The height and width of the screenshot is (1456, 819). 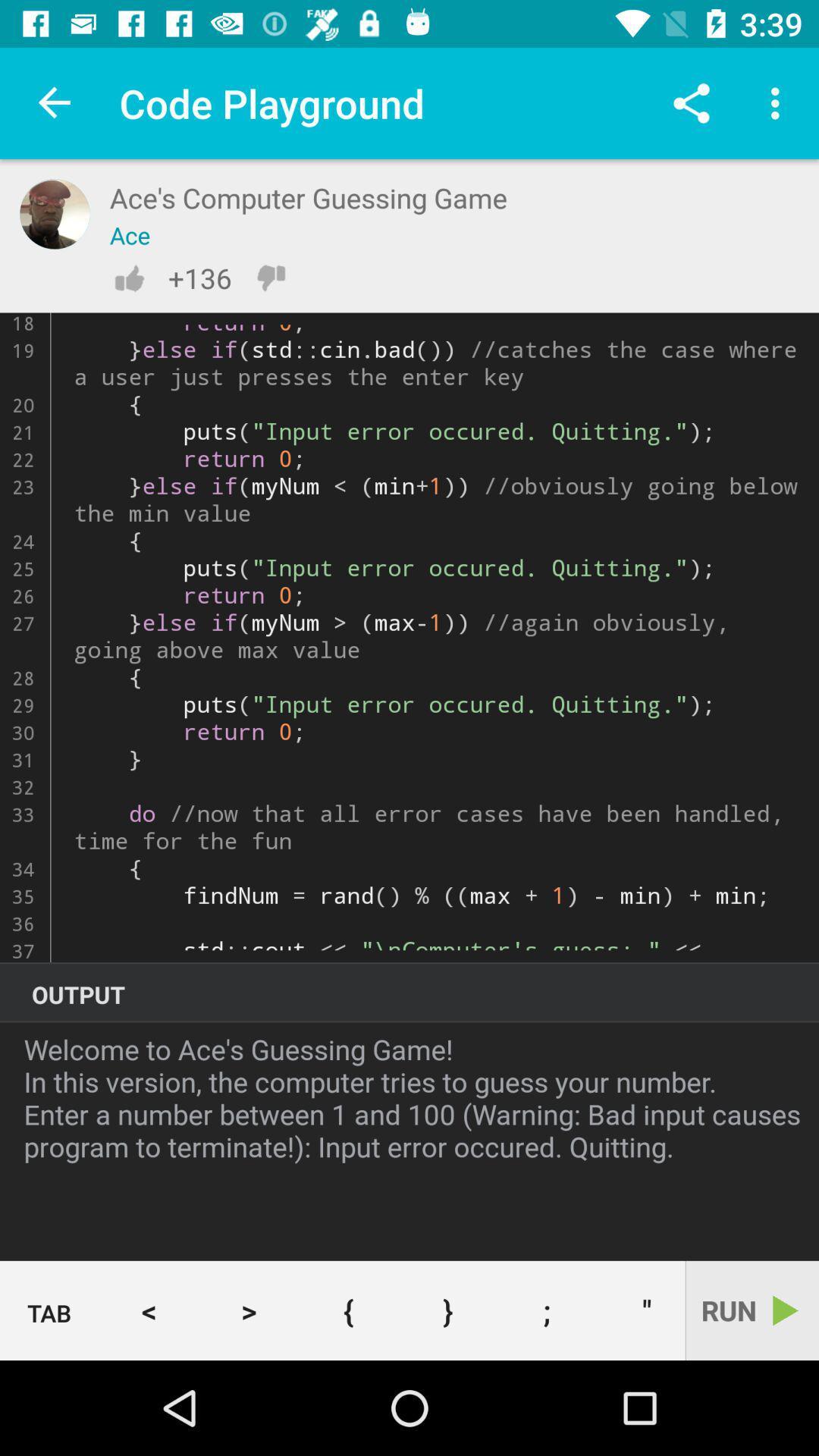 What do you see at coordinates (641, 1310) in the screenshot?
I see `icon next to the run` at bounding box center [641, 1310].